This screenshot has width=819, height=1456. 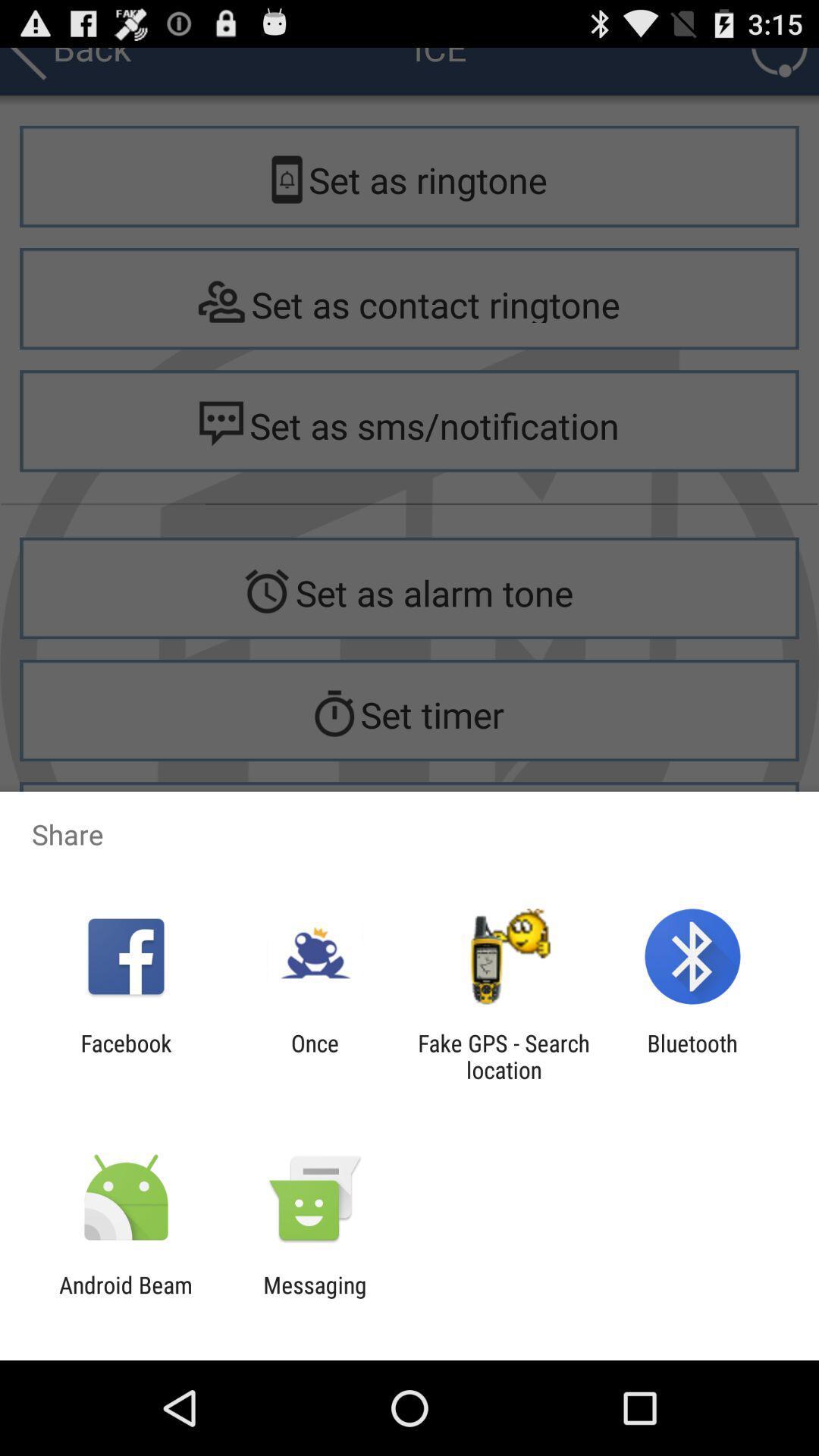 What do you see at coordinates (692, 1056) in the screenshot?
I see `bluetooth icon` at bounding box center [692, 1056].